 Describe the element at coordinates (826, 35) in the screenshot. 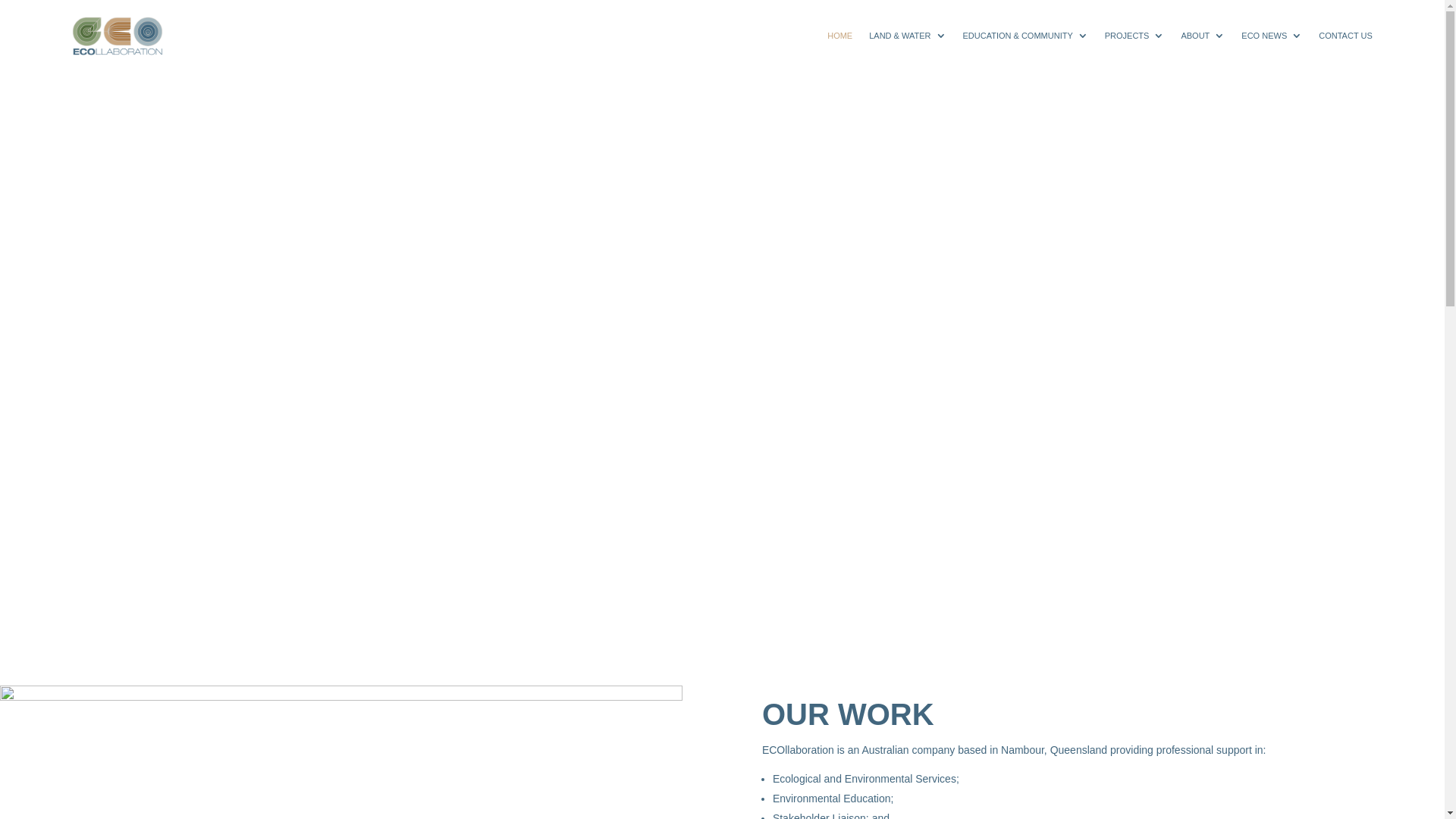

I see `'HOME'` at that location.